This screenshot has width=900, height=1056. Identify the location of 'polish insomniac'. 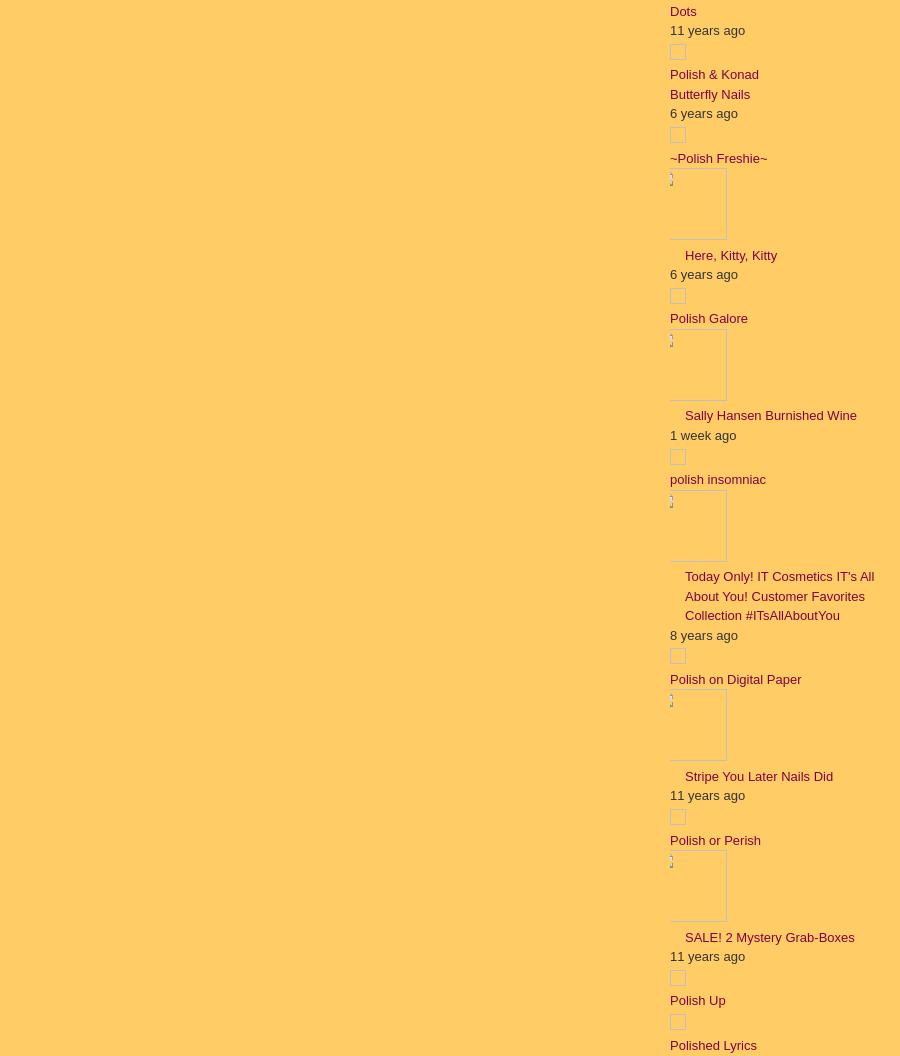
(717, 478).